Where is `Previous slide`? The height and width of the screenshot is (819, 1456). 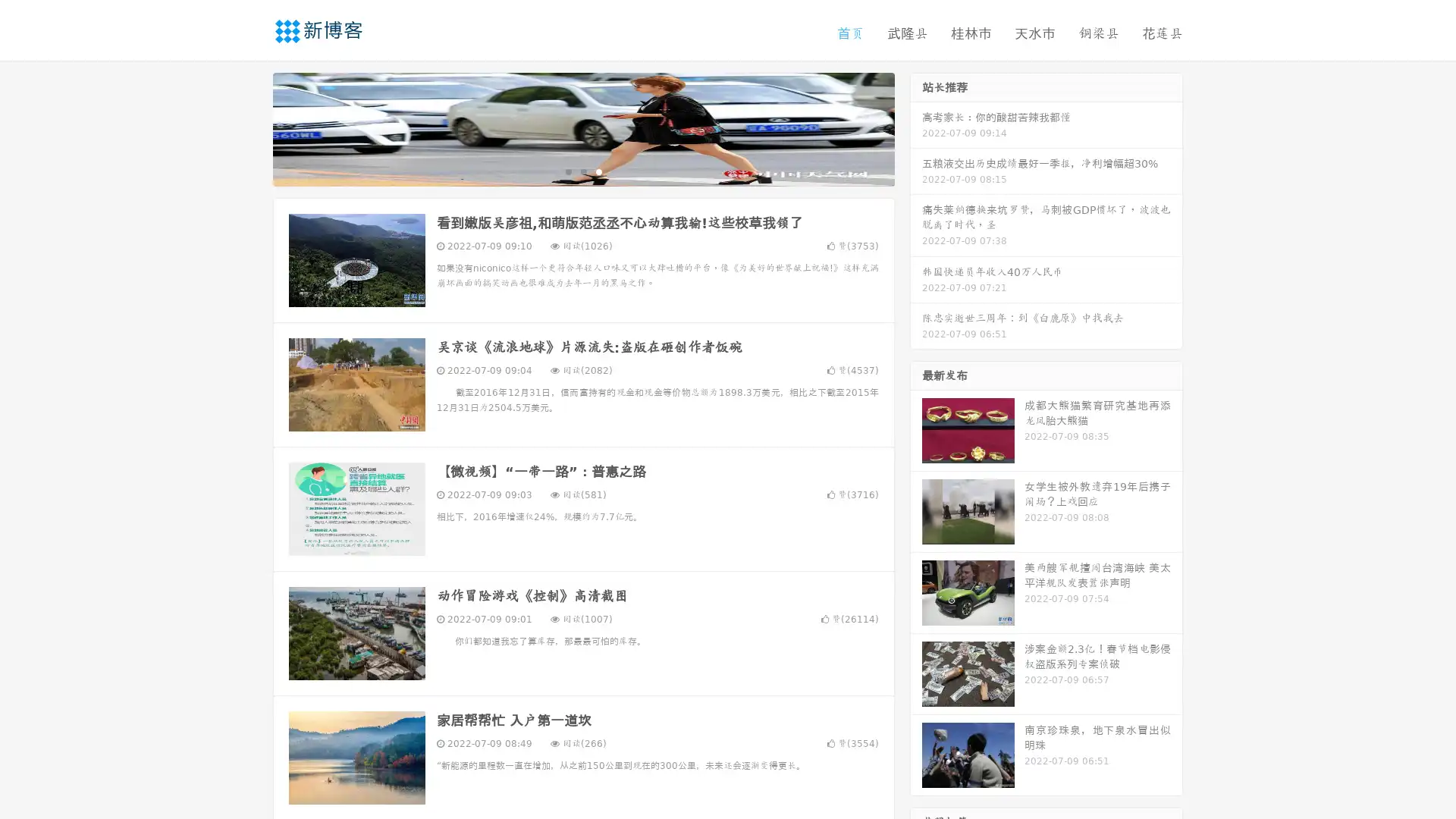
Previous slide is located at coordinates (250, 127).